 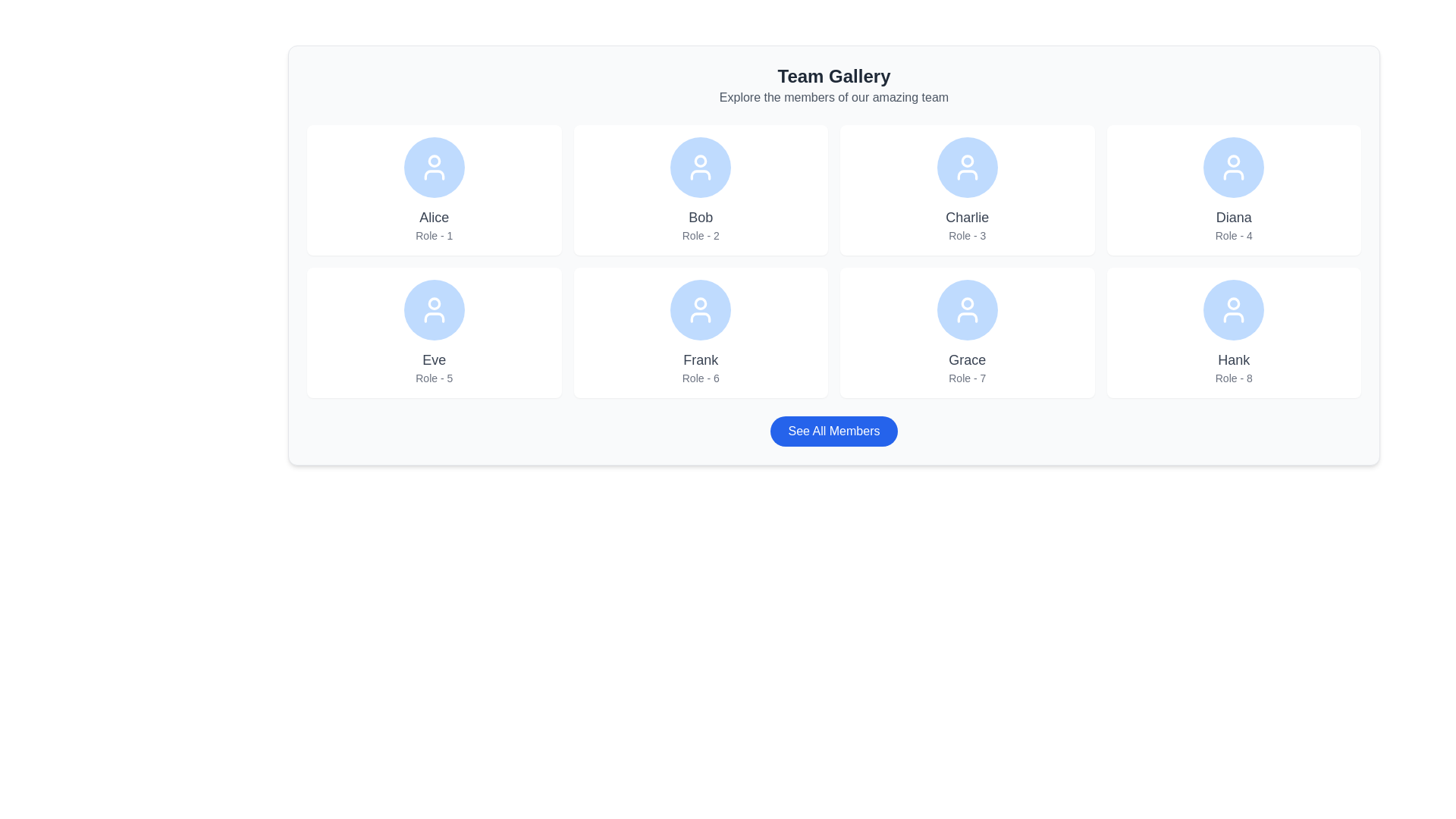 What do you see at coordinates (1234, 236) in the screenshot?
I see `text content of the label displaying the role information ('Role - 4') for the individual named Diana, located in the center-bottom area of Diana's card` at bounding box center [1234, 236].